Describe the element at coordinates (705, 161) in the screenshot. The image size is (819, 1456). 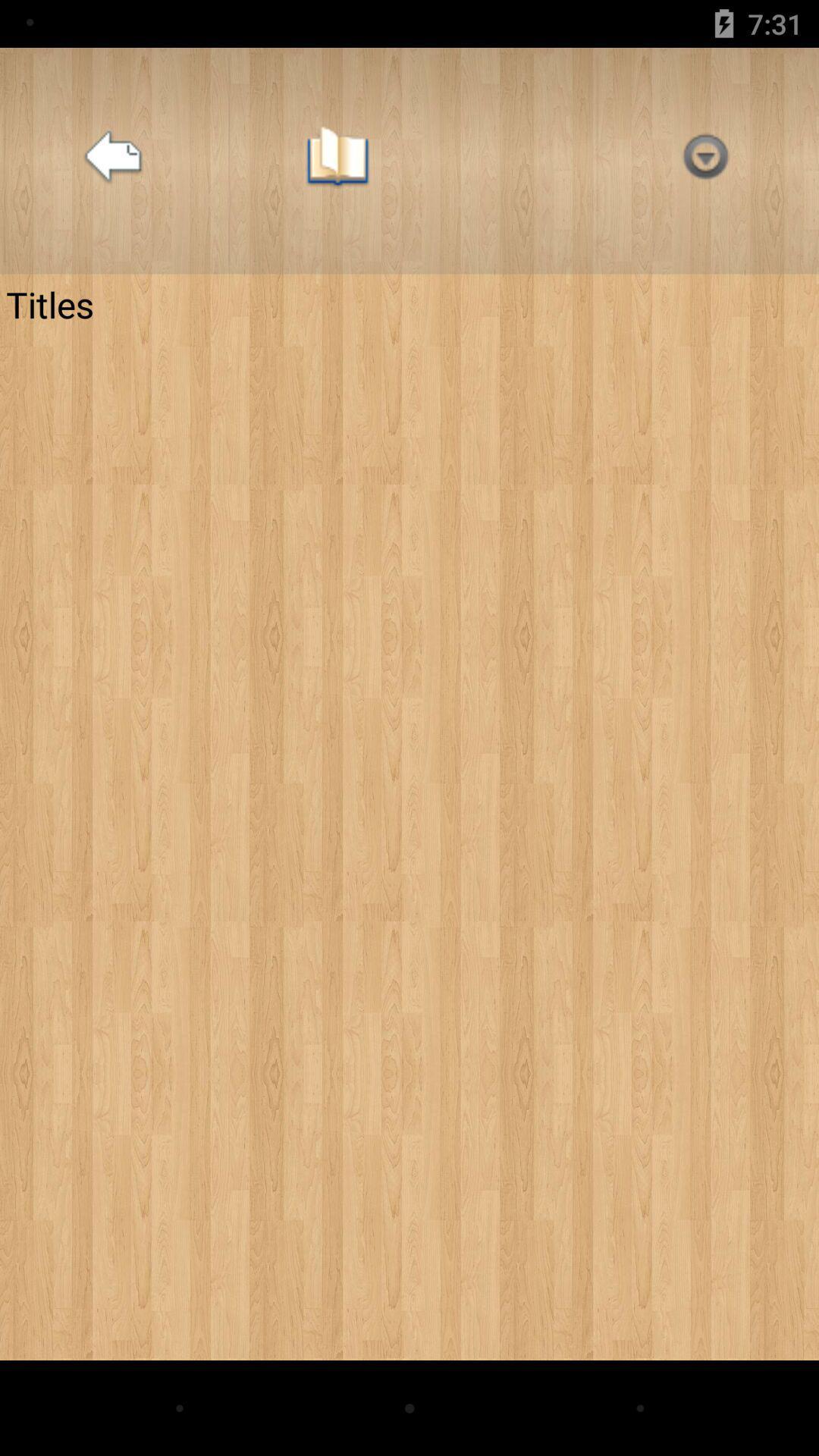
I see `app above titles app` at that location.